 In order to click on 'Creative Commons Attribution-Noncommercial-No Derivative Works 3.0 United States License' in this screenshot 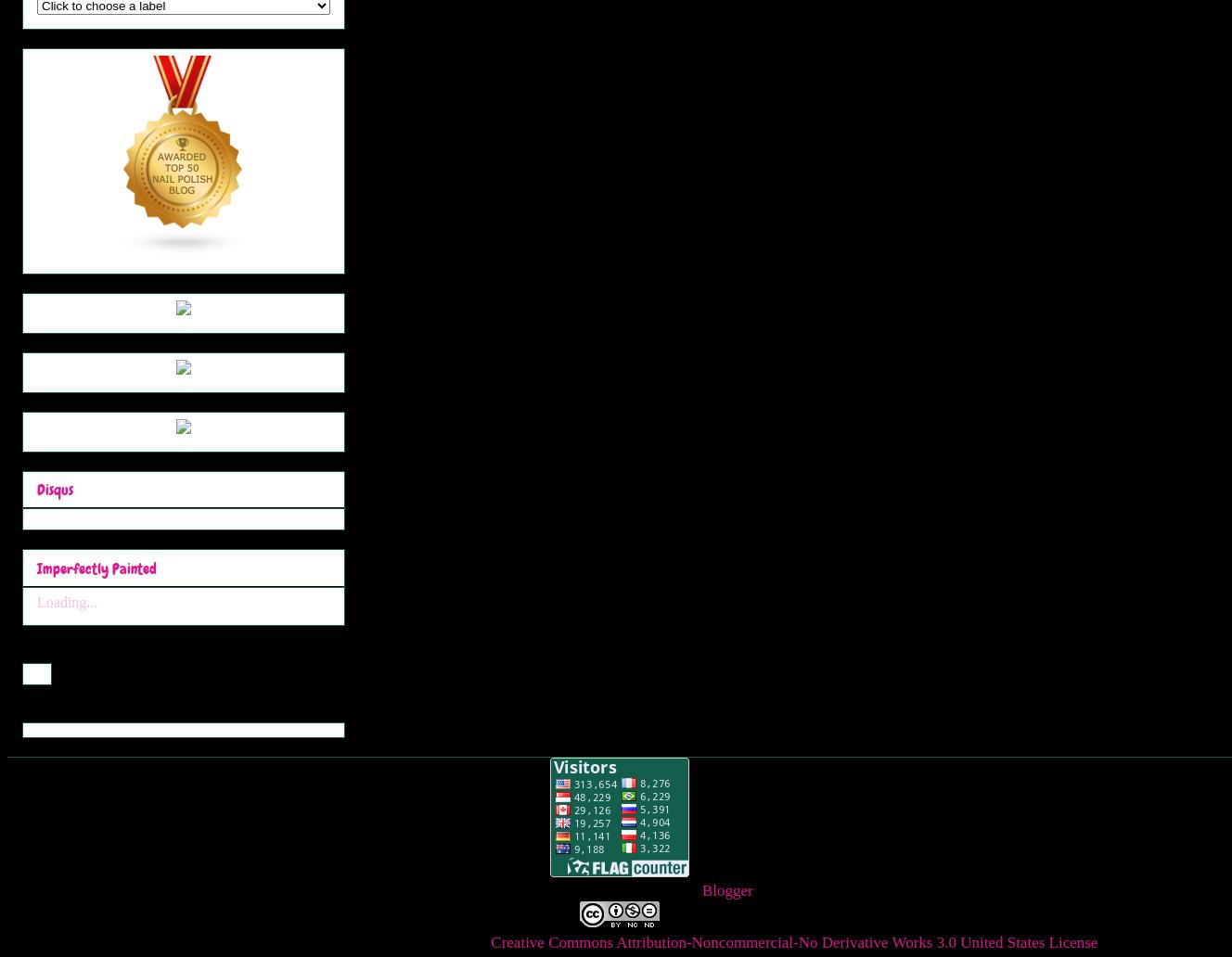, I will do `click(794, 940)`.